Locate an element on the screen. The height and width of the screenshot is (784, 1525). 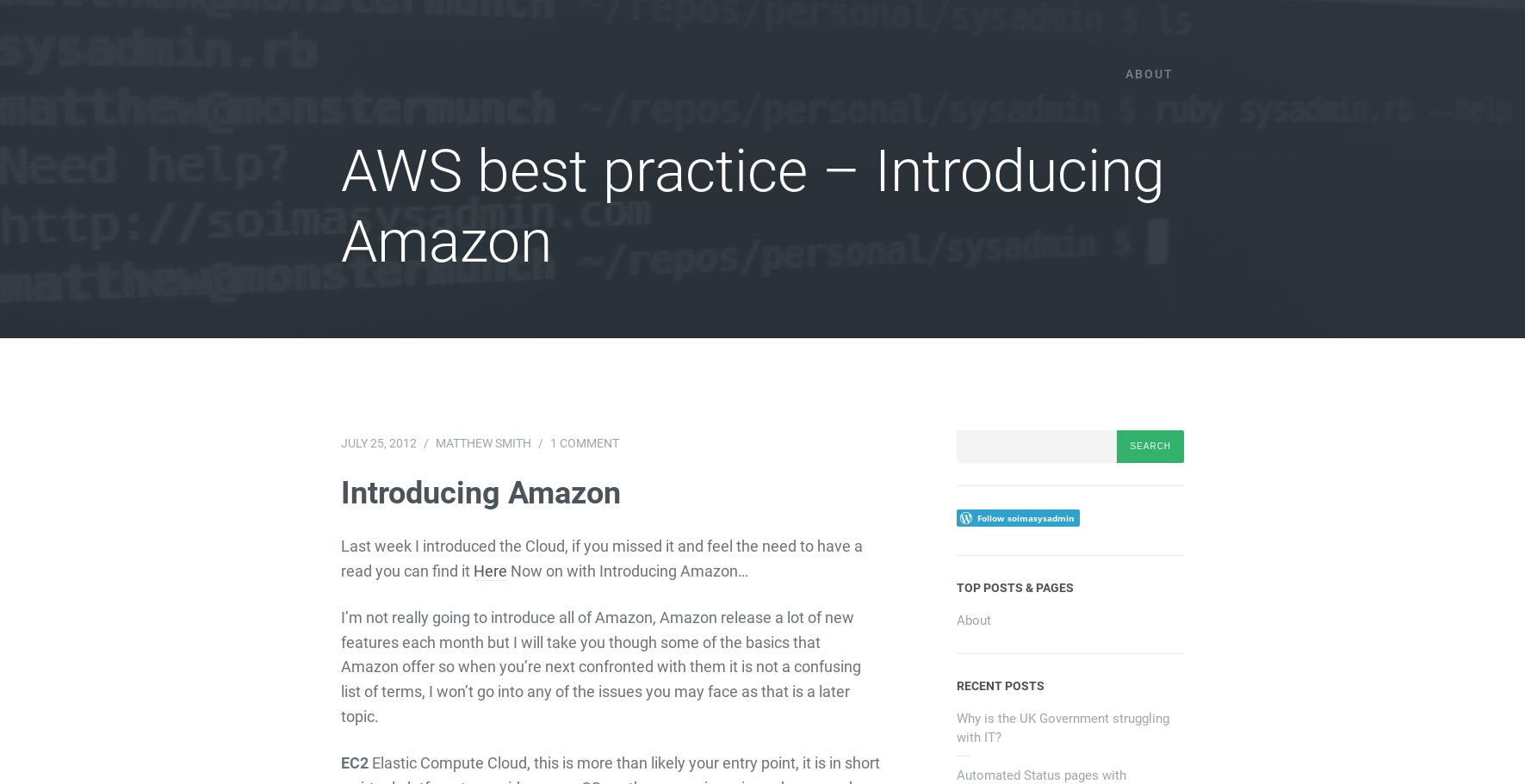
'AWS best practice – Introducing Amazon' is located at coordinates (751, 206).